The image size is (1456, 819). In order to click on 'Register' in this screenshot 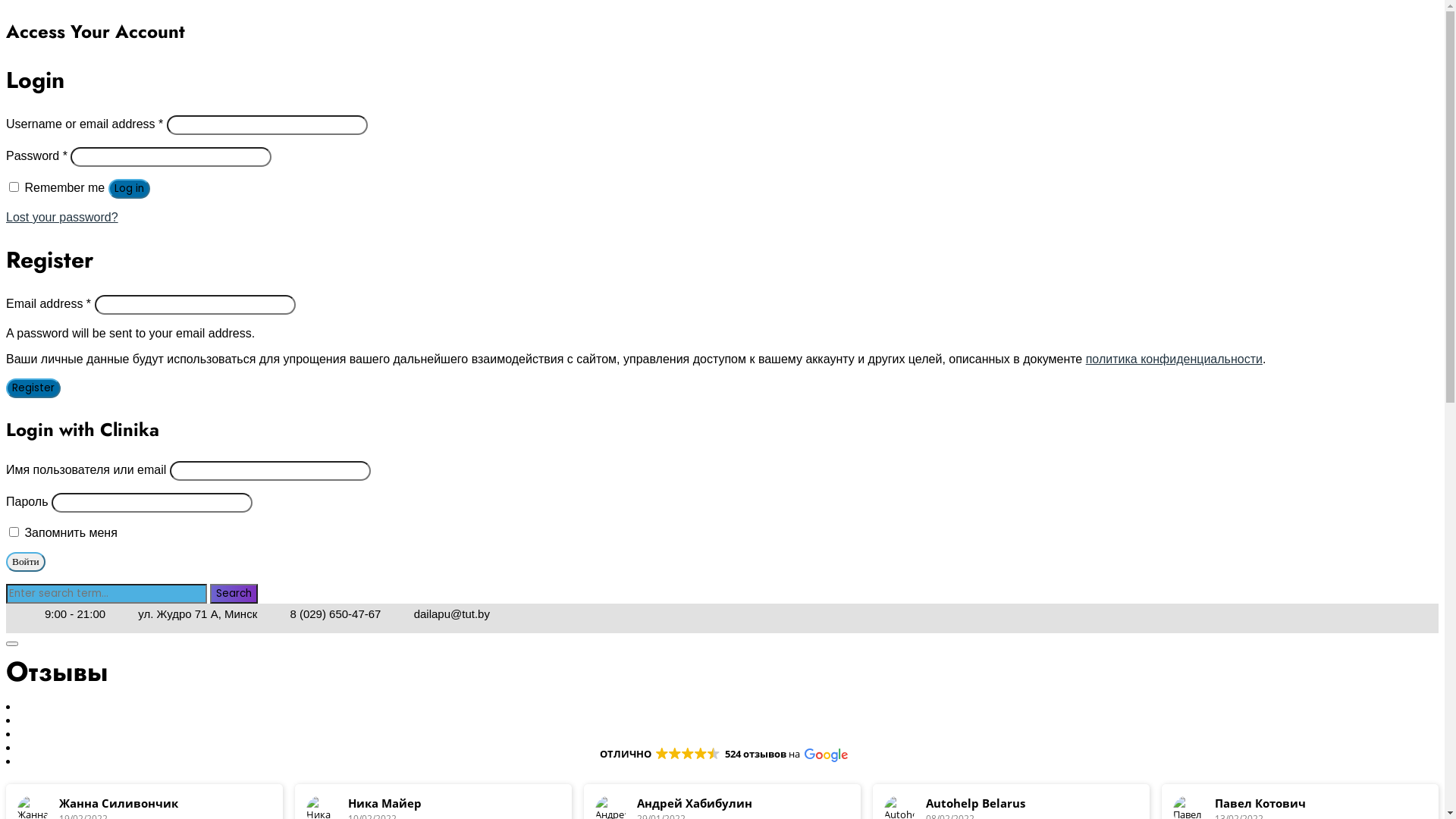, I will do `click(33, 388)`.